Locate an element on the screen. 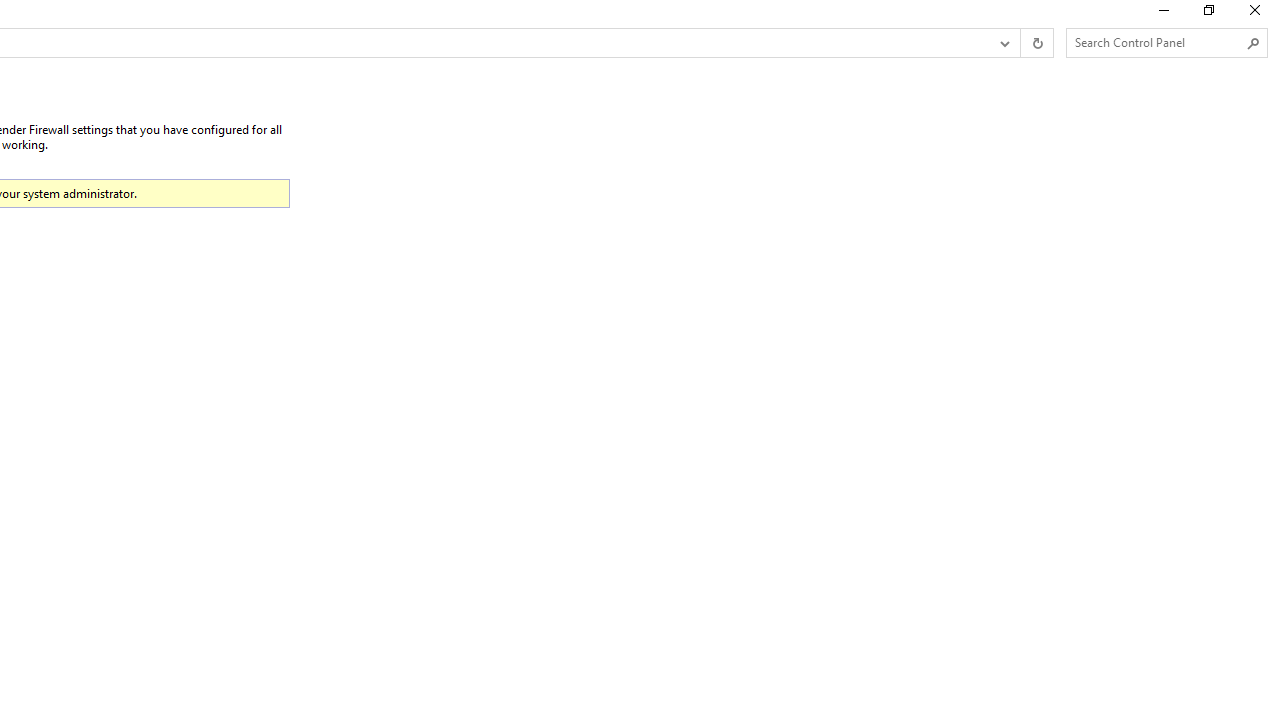 This screenshot has width=1280, height=720. 'Search Box' is located at coordinates (1157, 42).